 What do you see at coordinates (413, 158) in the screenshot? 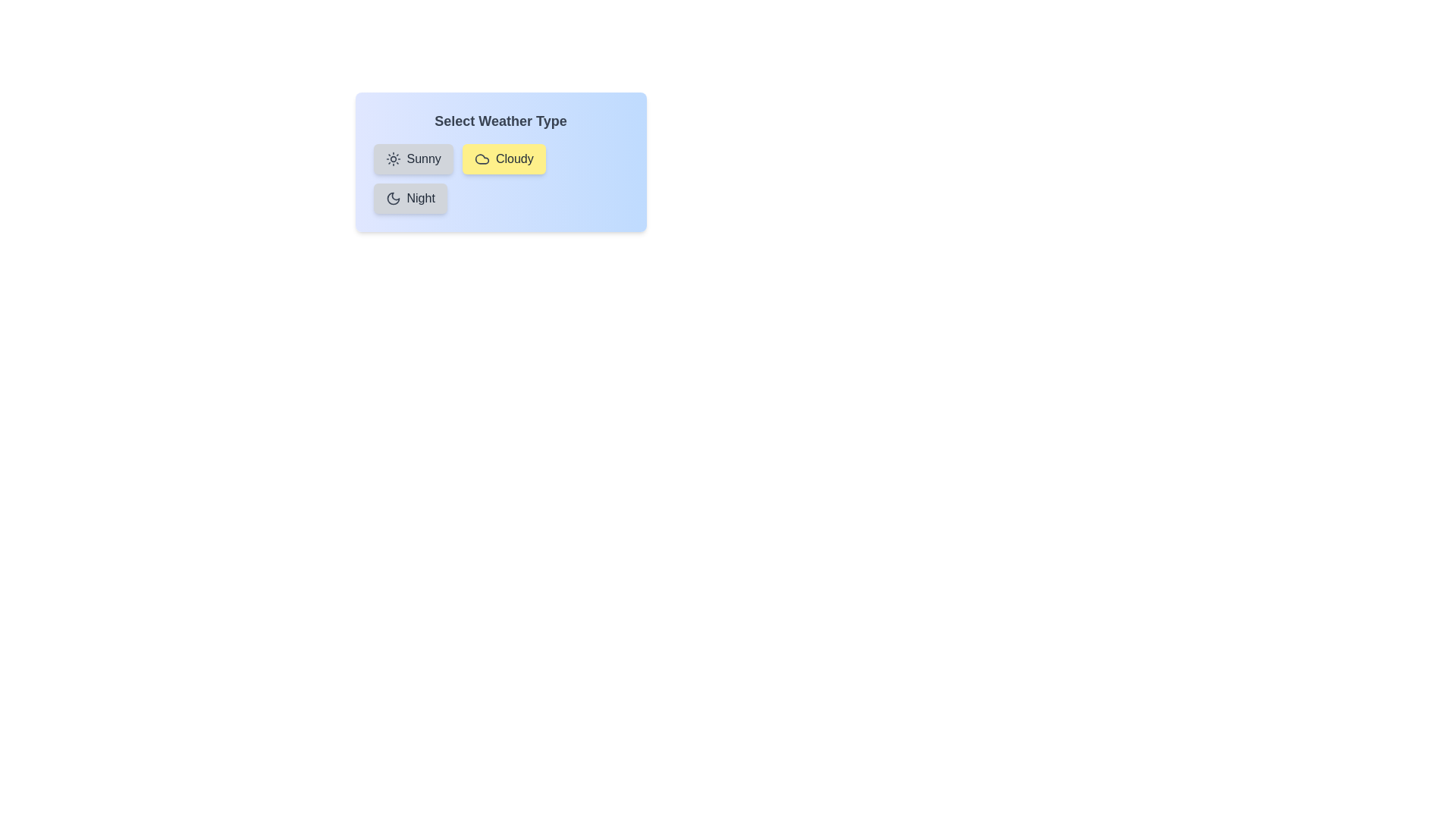
I see `the weather type Sunny by clicking on its chip` at bounding box center [413, 158].